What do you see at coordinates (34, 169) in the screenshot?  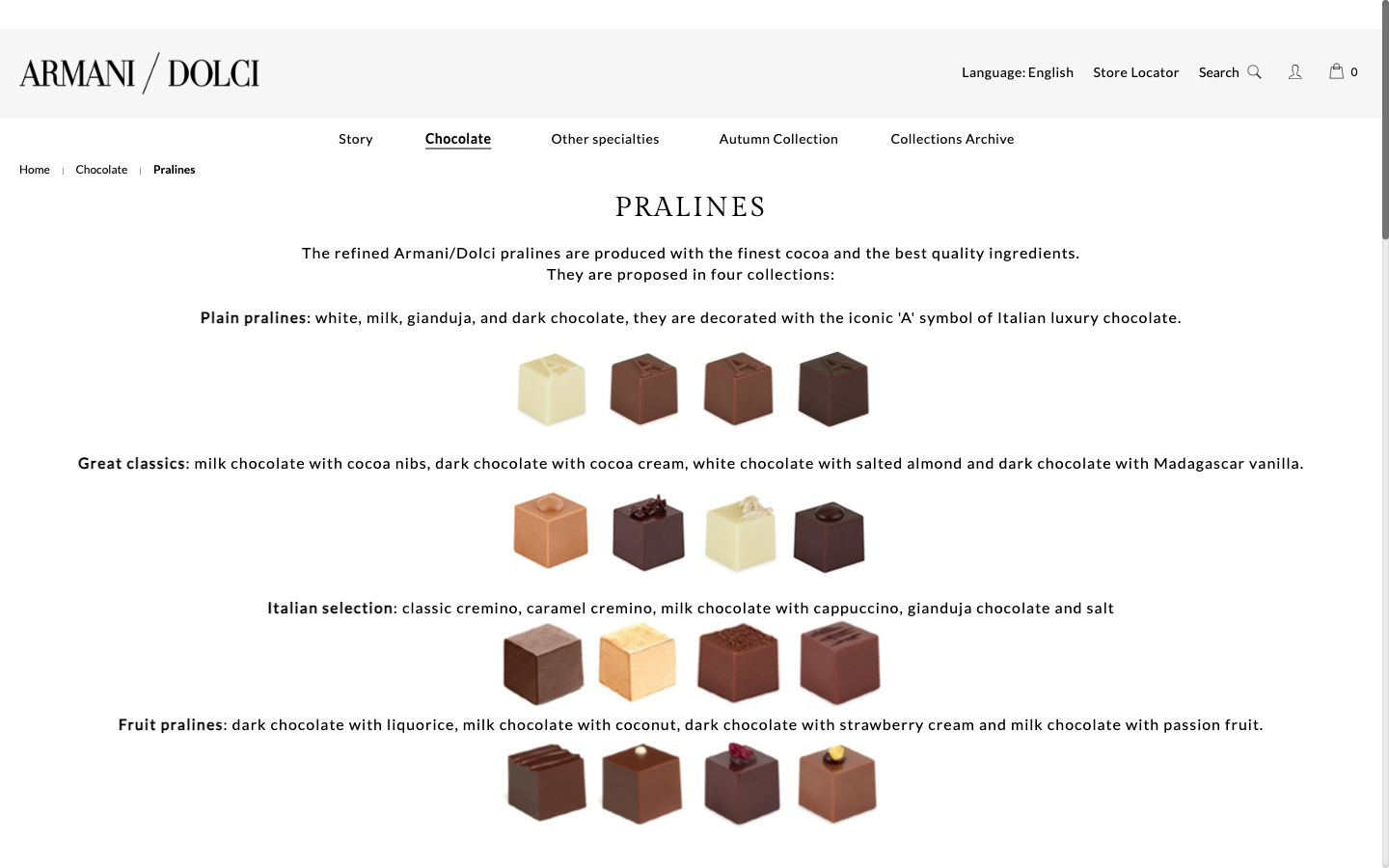 I see `the "Home" option present below the logo on the left to reach the Armani/dolci main page` at bounding box center [34, 169].